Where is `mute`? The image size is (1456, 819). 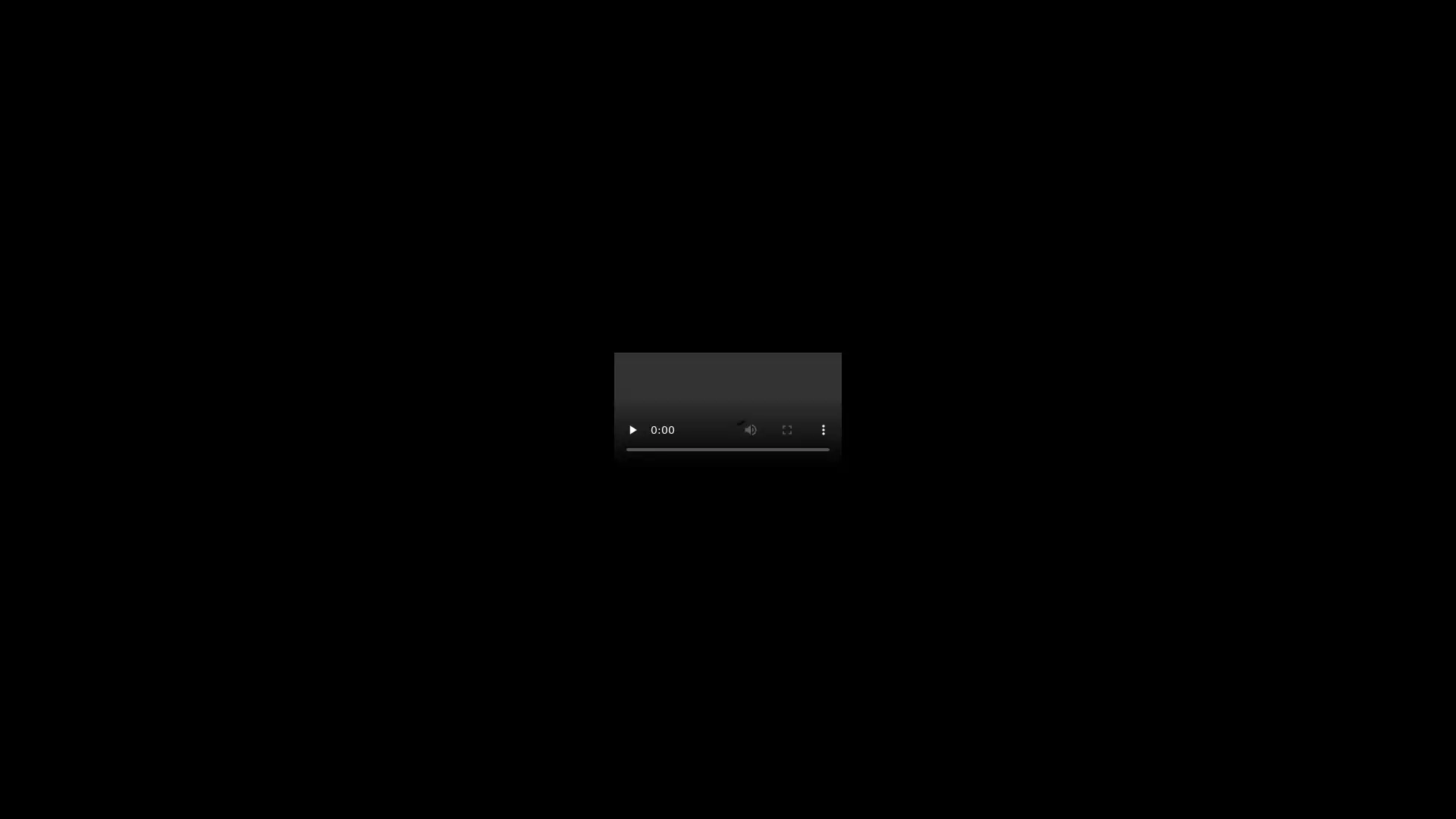
mute is located at coordinates (750, 430).